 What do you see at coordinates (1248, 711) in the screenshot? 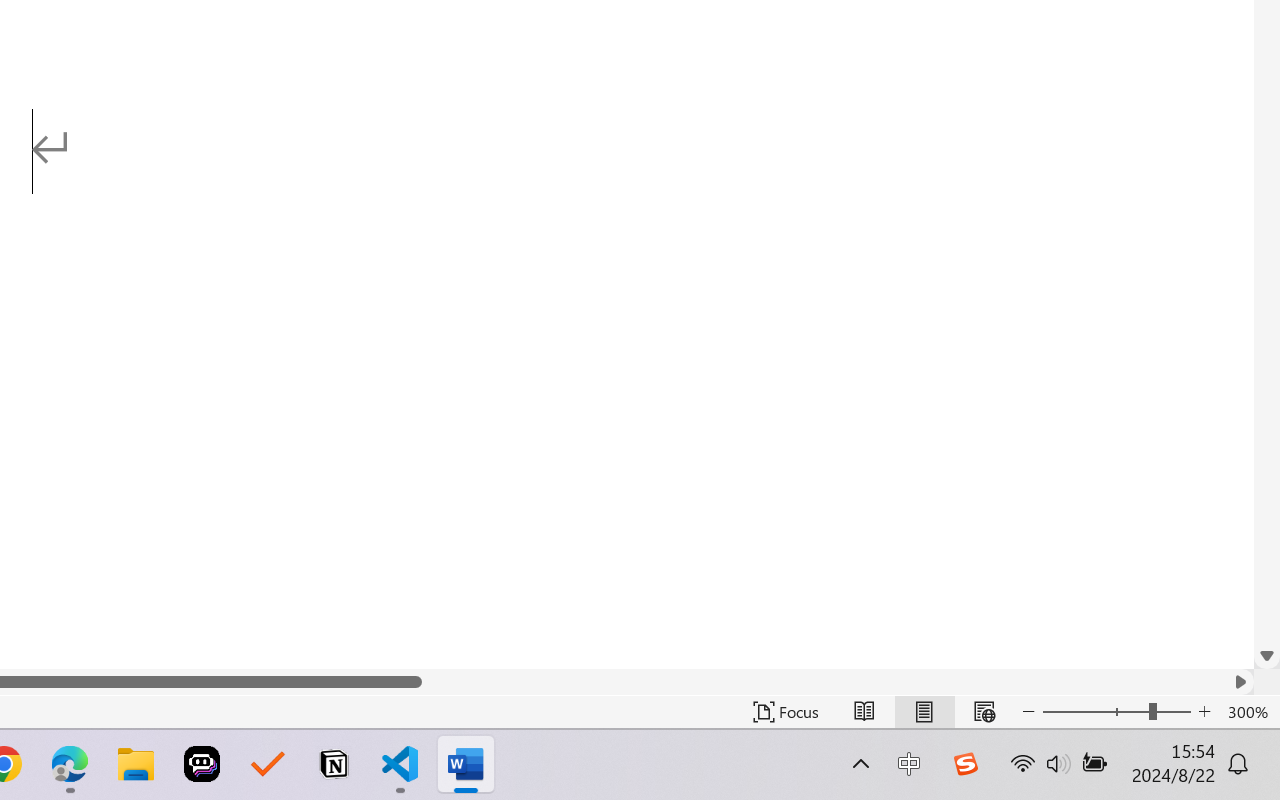
I see `'Zoom 300%'` at bounding box center [1248, 711].